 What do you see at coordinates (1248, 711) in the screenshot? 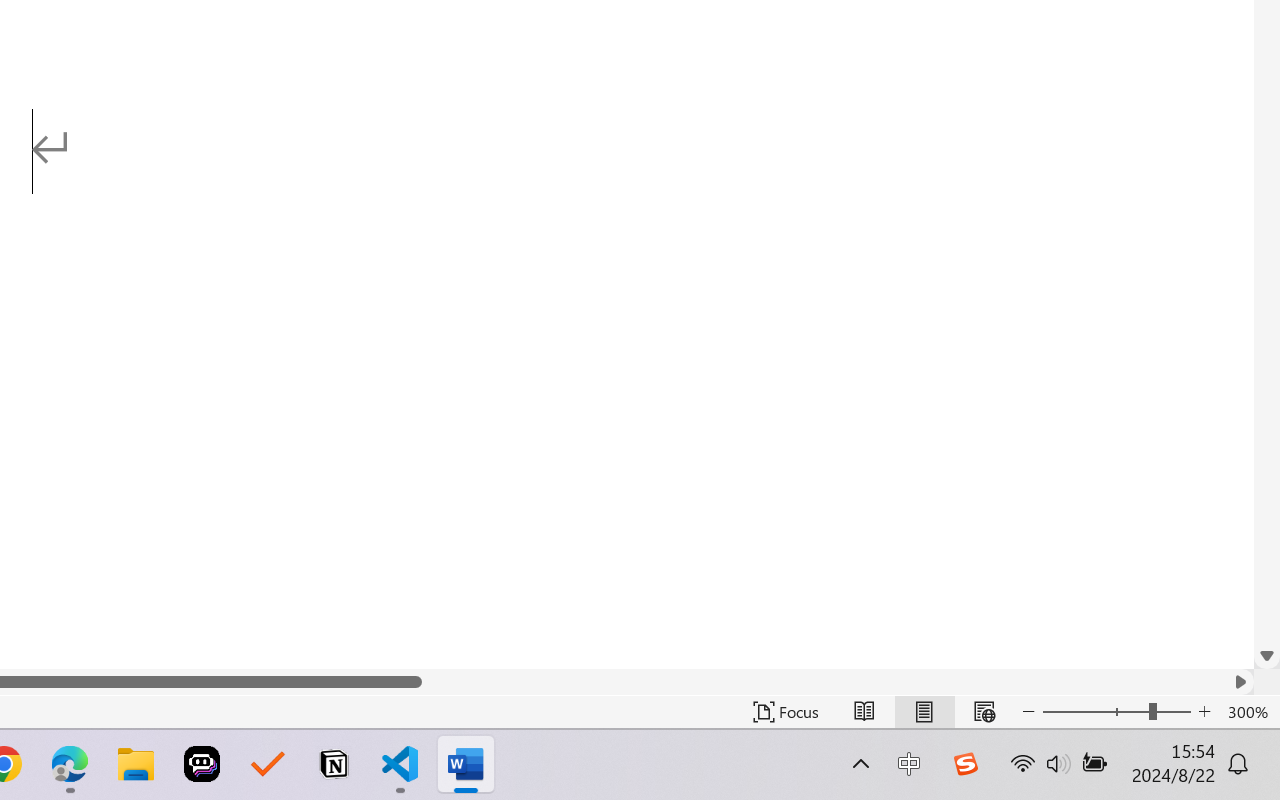
I see `'Zoom 300%'` at bounding box center [1248, 711].